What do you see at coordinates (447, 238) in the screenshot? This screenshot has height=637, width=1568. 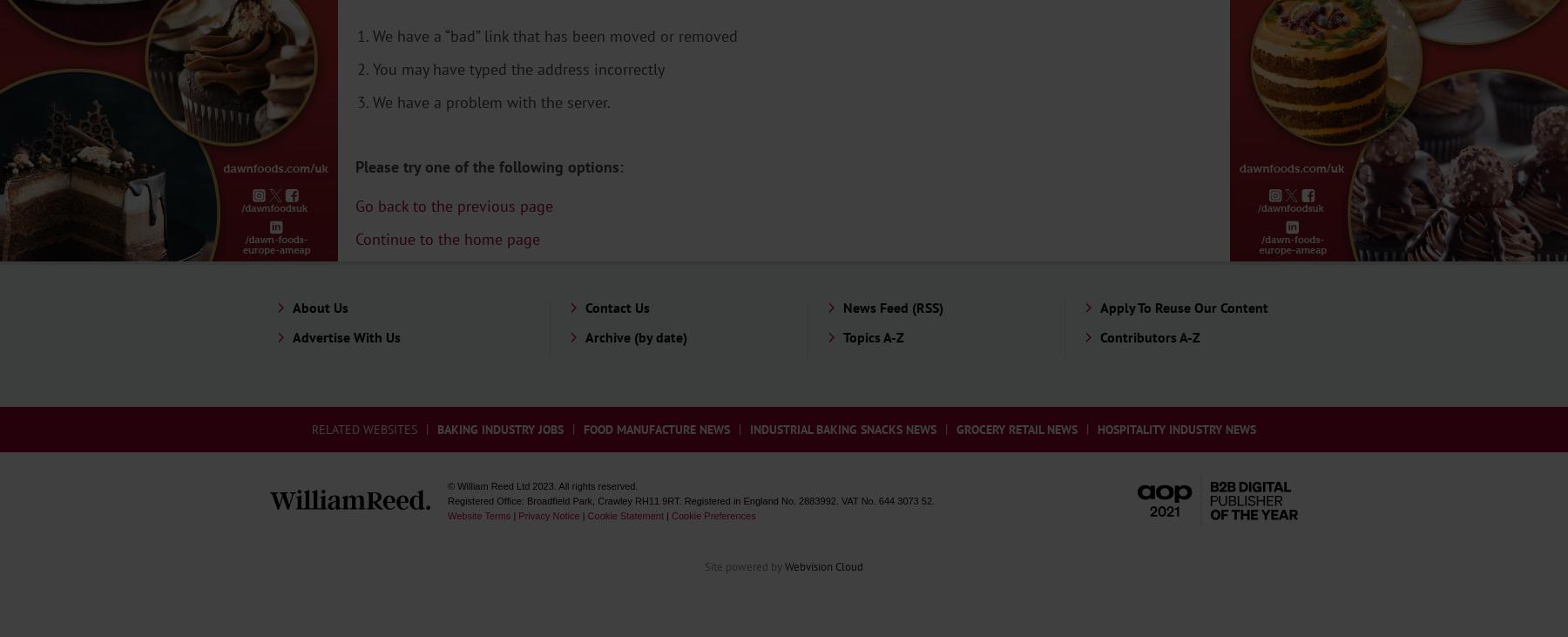 I see `'Continue to the home page'` at bounding box center [447, 238].